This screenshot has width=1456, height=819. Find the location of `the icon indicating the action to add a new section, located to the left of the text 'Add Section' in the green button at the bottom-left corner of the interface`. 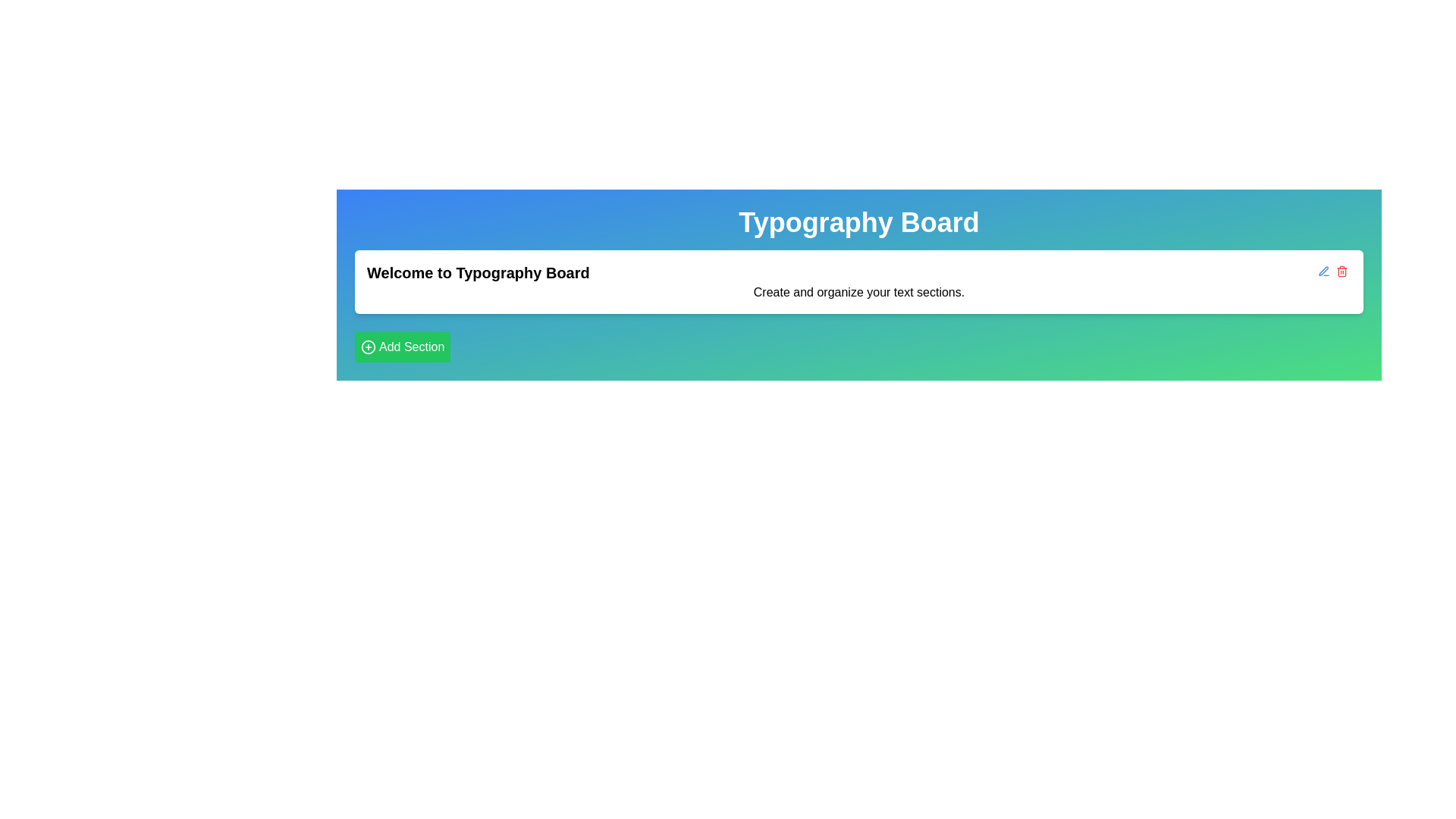

the icon indicating the action to add a new section, located to the left of the text 'Add Section' in the green button at the bottom-left corner of the interface is located at coordinates (368, 347).